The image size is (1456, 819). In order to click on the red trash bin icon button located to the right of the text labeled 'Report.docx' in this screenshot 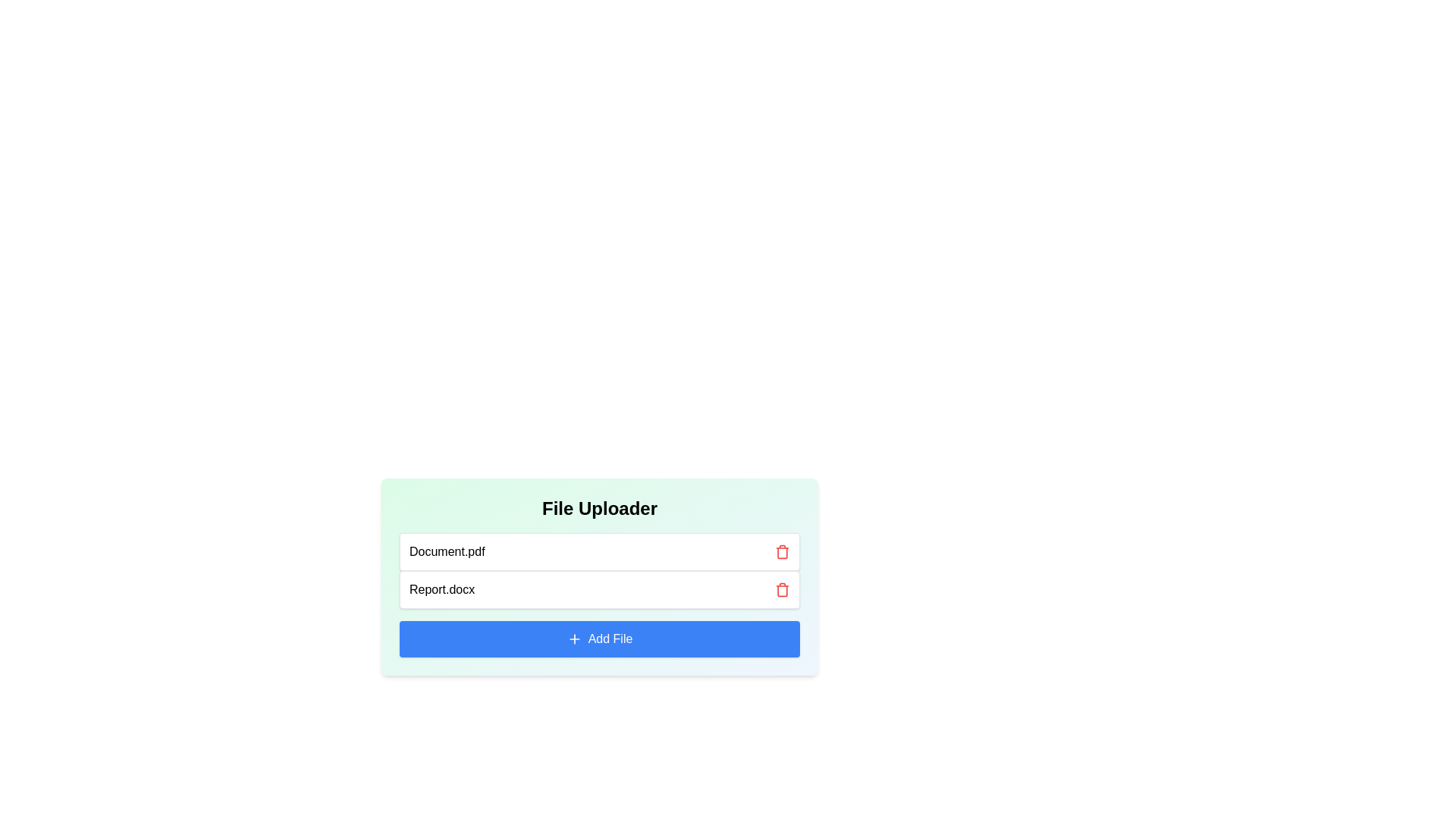, I will do `click(783, 589)`.